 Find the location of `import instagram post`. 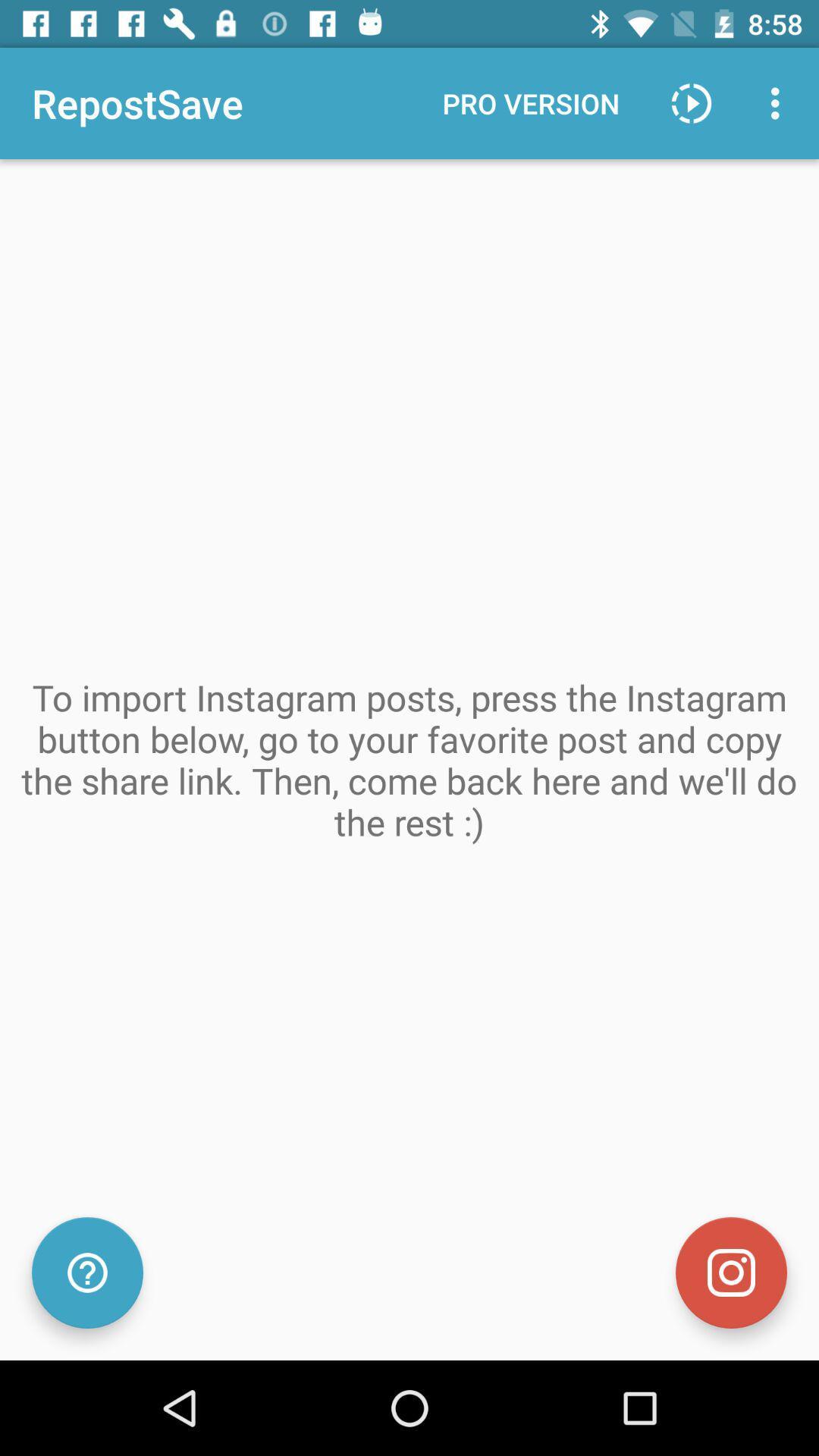

import instagram post is located at coordinates (730, 1272).